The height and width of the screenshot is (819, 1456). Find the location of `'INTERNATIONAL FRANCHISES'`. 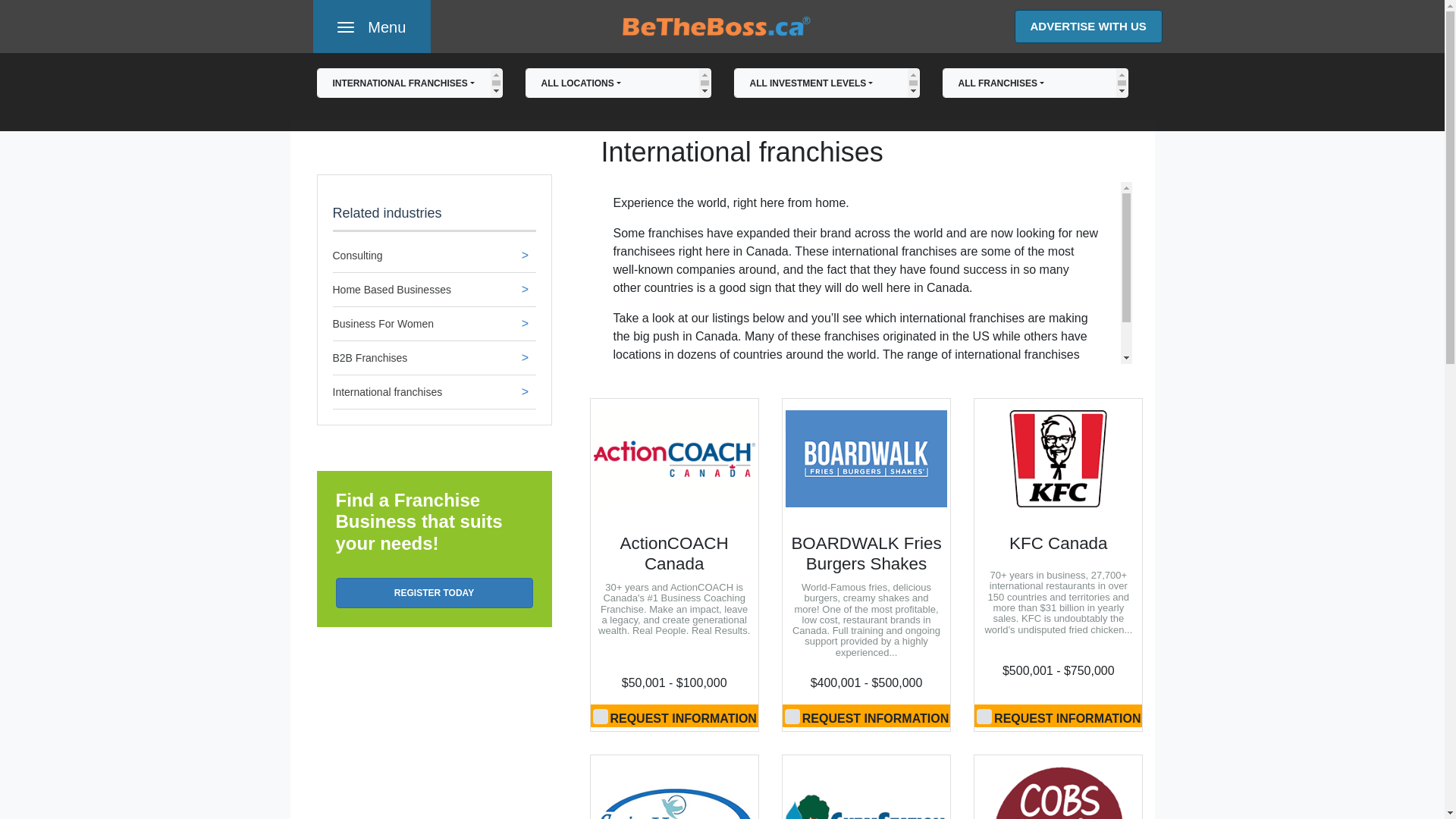

'INTERNATIONAL FRANCHISES' is located at coordinates (409, 83).